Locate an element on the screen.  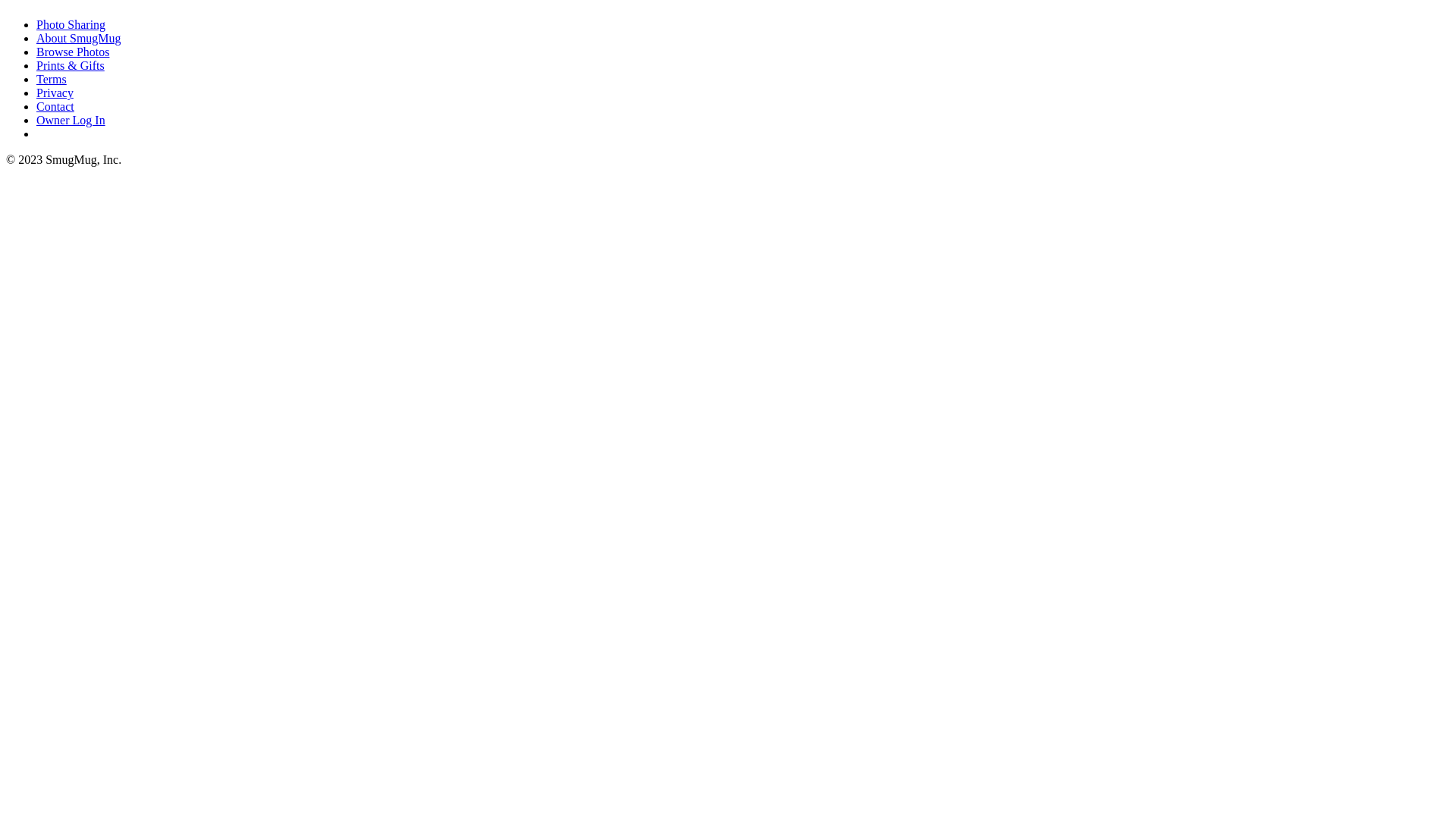
'Terms' is located at coordinates (51, 79).